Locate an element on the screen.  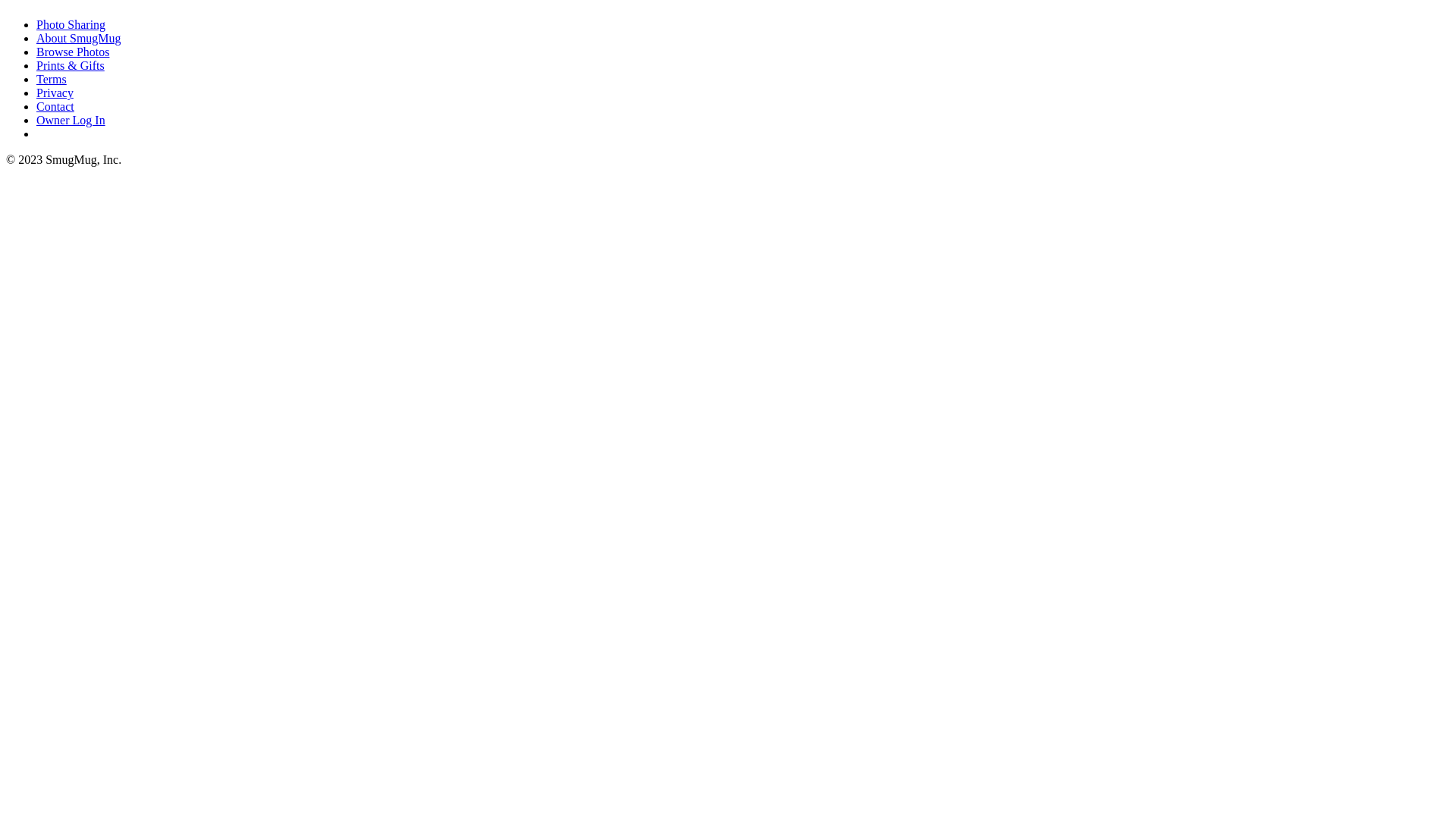
'Terms' is located at coordinates (51, 79).